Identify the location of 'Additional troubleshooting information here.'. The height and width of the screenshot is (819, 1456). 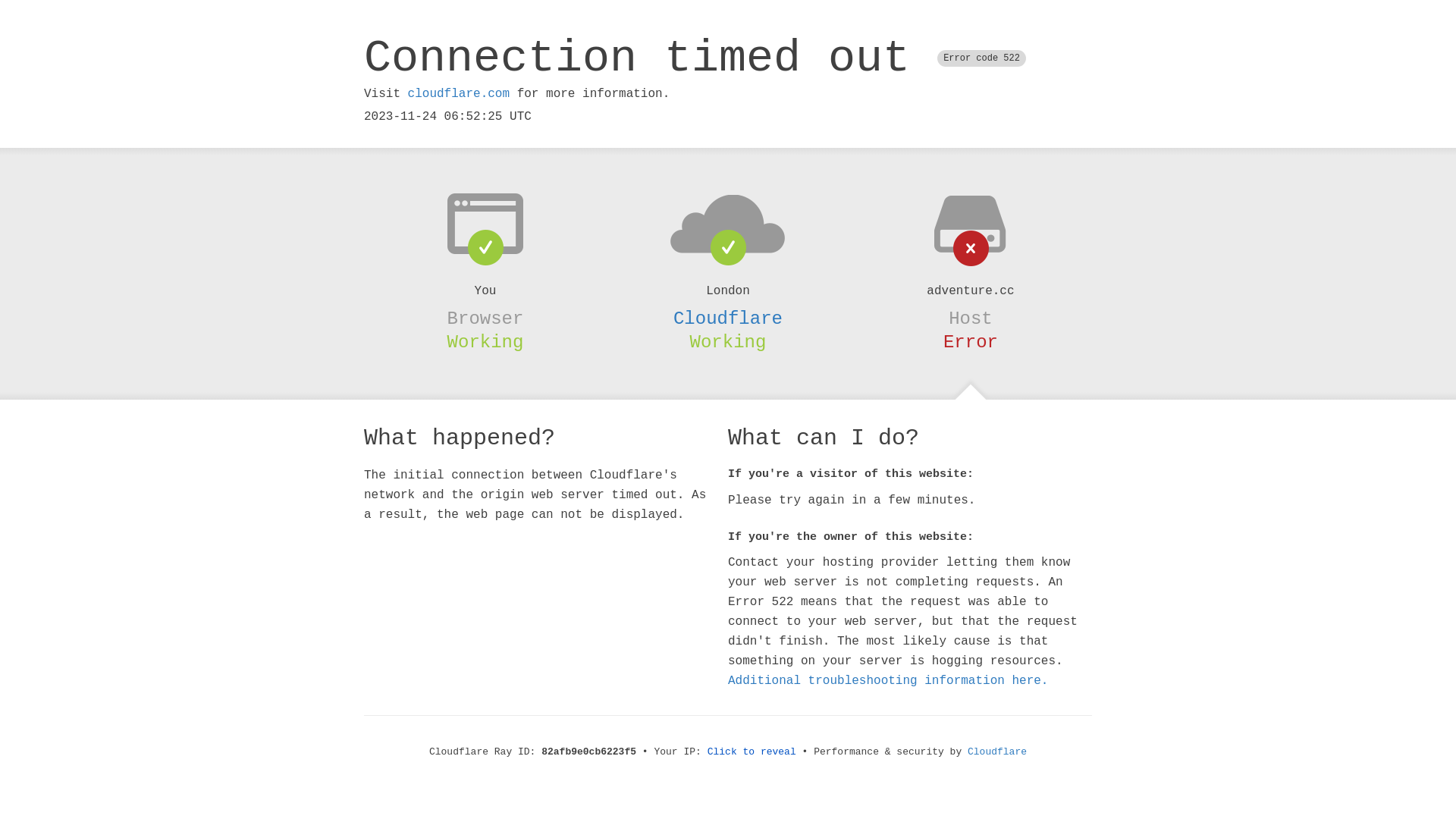
(888, 680).